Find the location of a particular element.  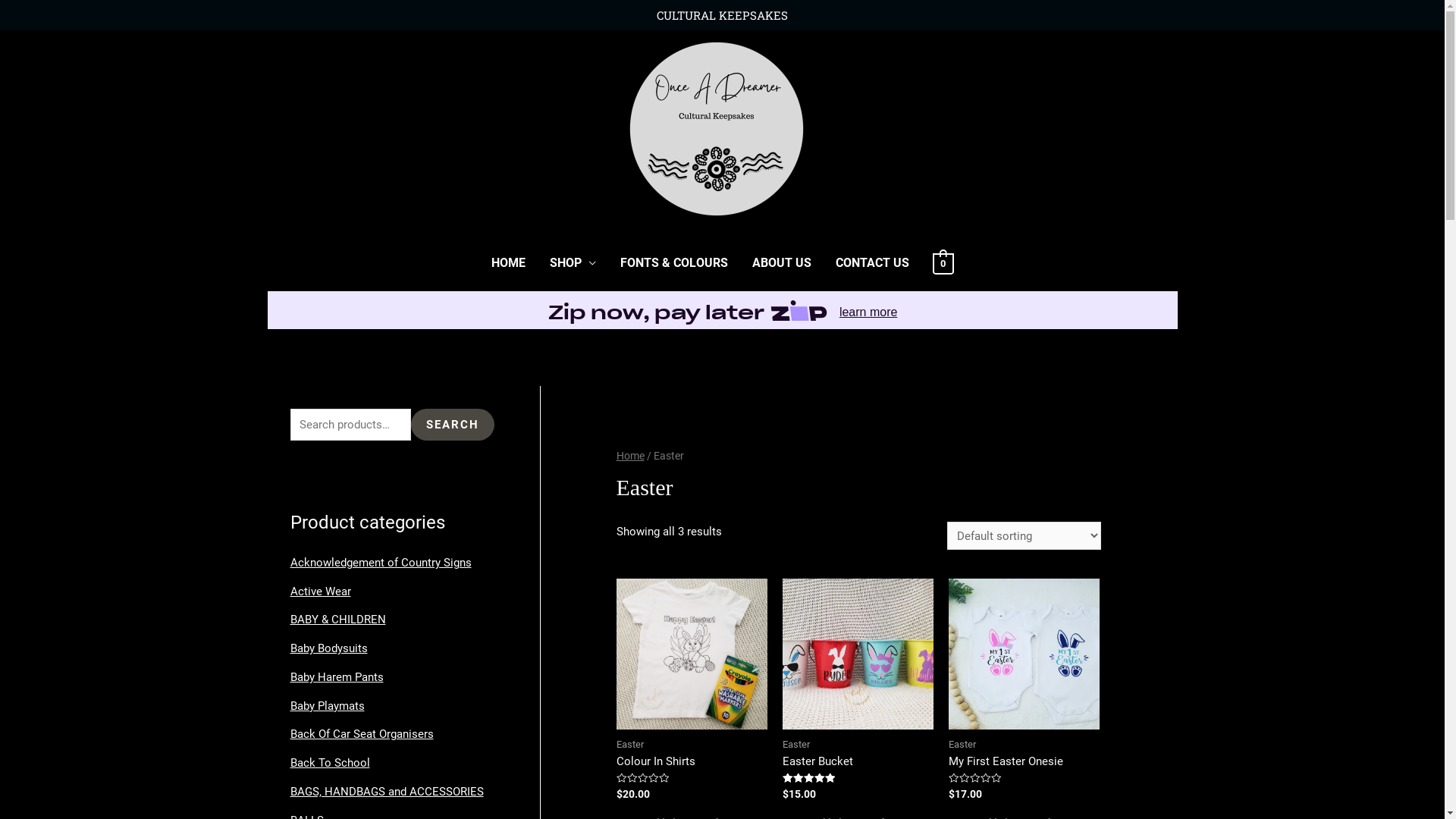

'BABY & CHILDREN' is located at coordinates (337, 620).